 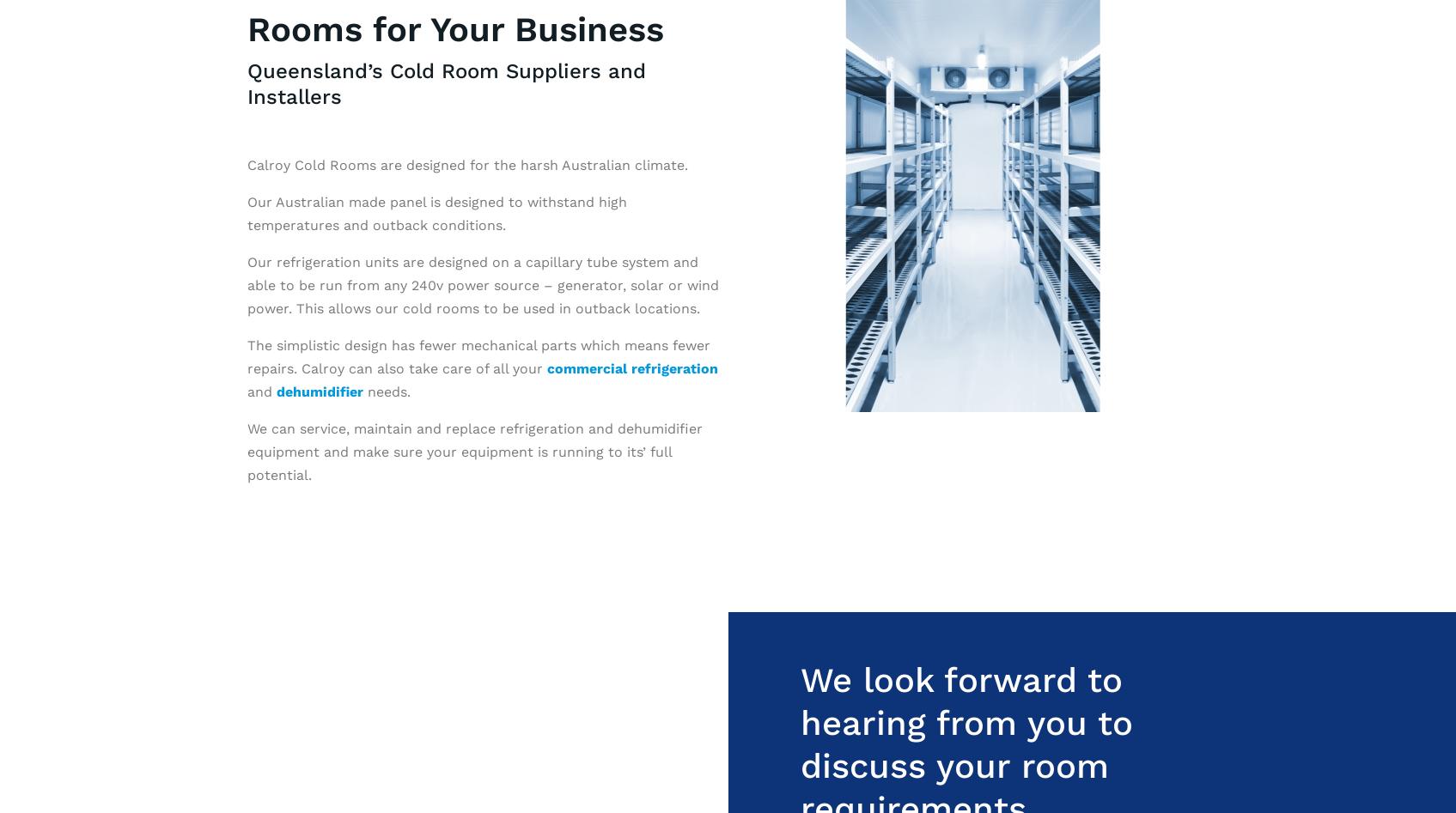 I want to click on 'dehumidifier', so click(x=276, y=391).